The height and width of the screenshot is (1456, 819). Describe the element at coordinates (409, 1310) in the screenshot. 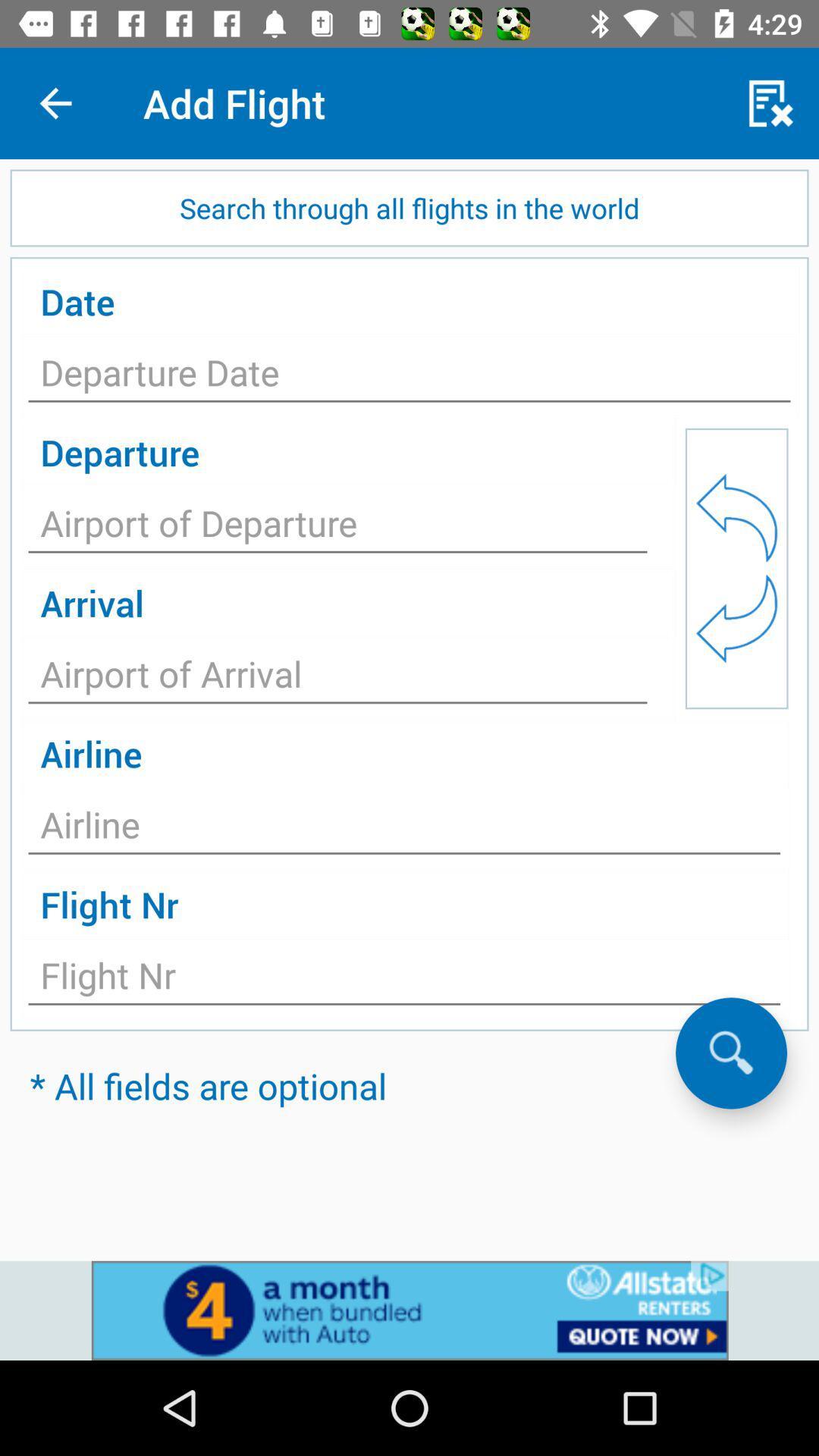

I see `advertisement banner` at that location.